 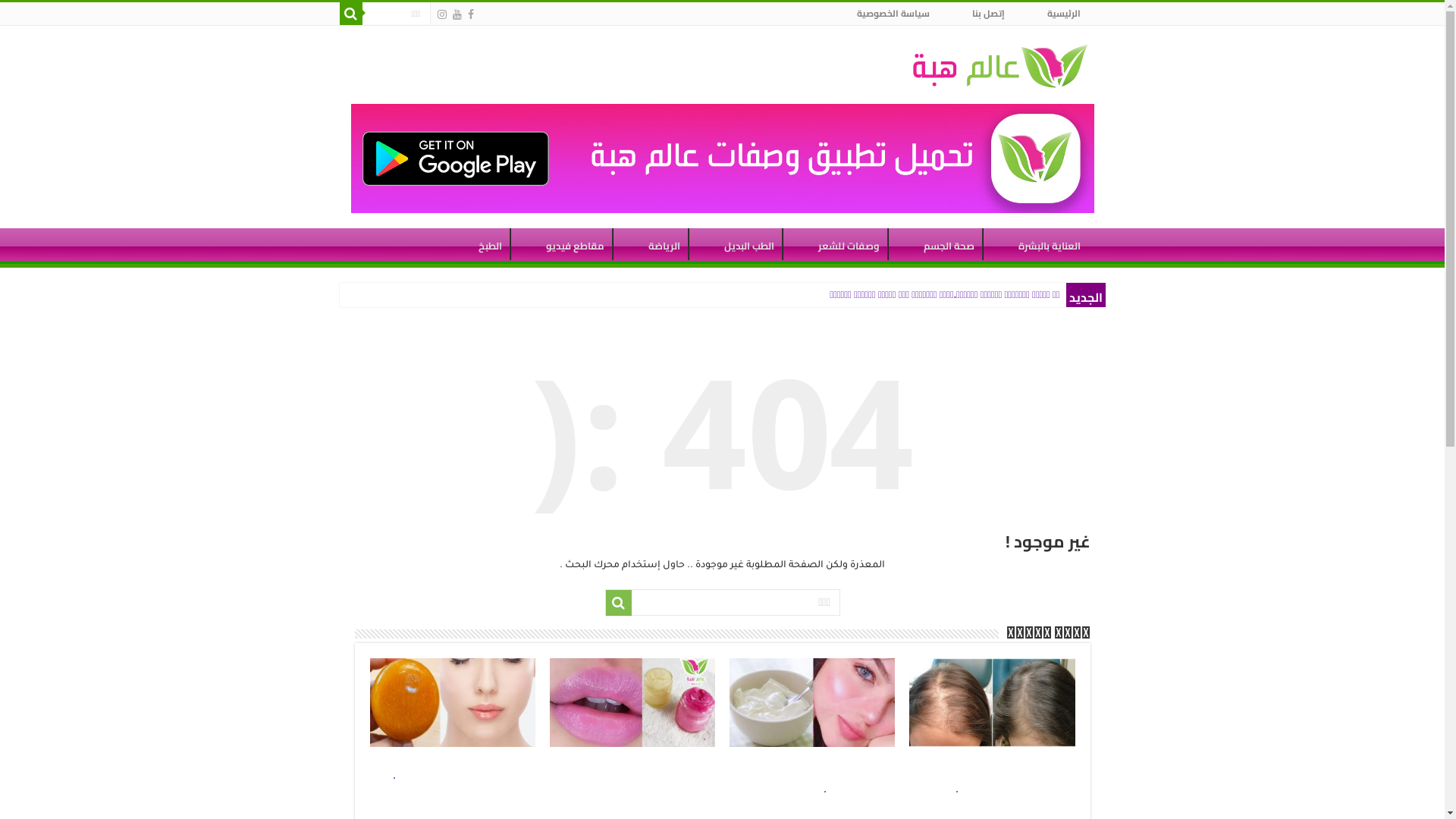 What do you see at coordinates (440, 14) in the screenshot?
I see `'instagram'` at bounding box center [440, 14].